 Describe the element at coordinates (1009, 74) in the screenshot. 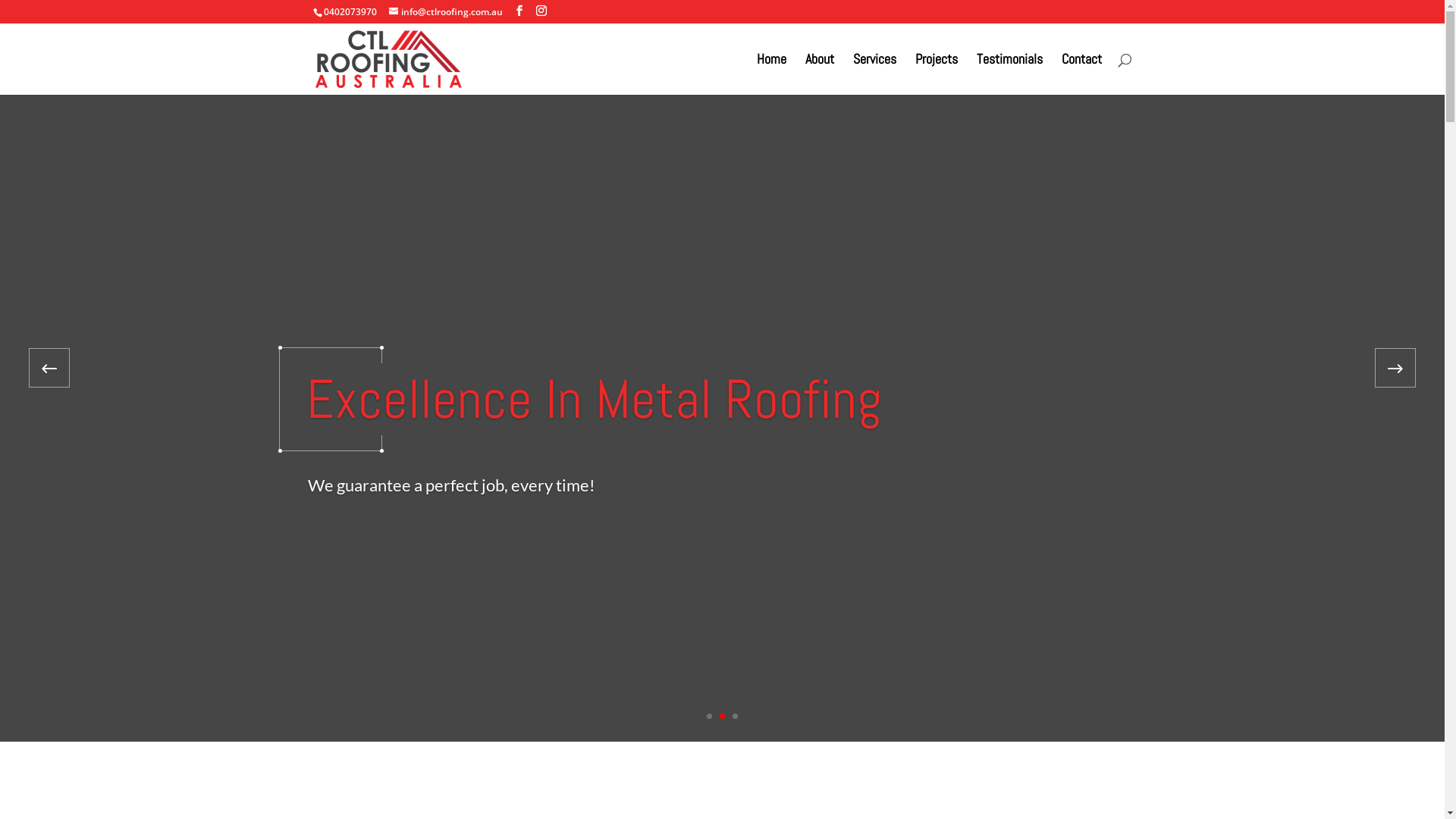

I see `'Testimonials'` at that location.